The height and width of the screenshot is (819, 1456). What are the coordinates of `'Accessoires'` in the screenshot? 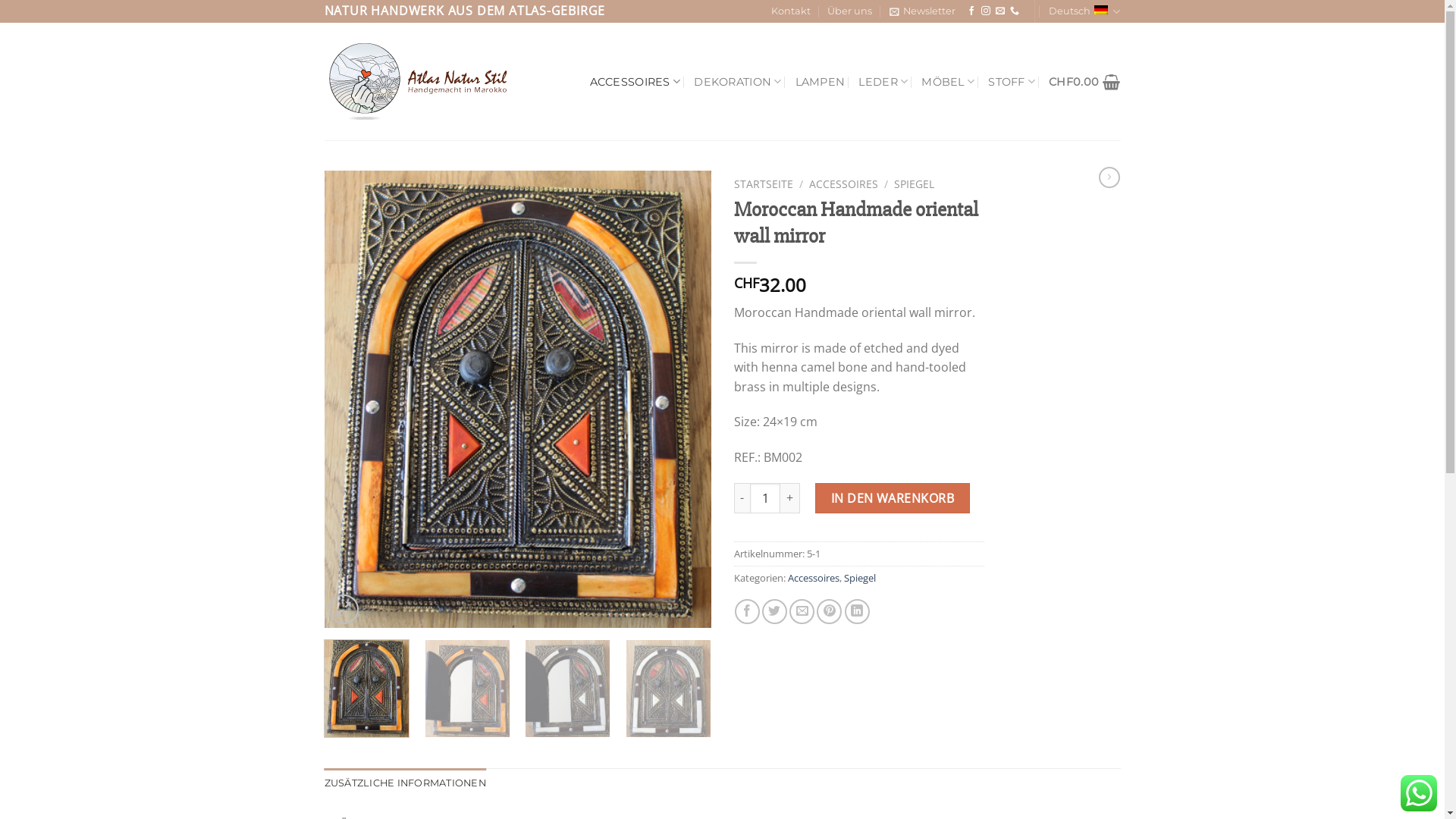 It's located at (811, 578).